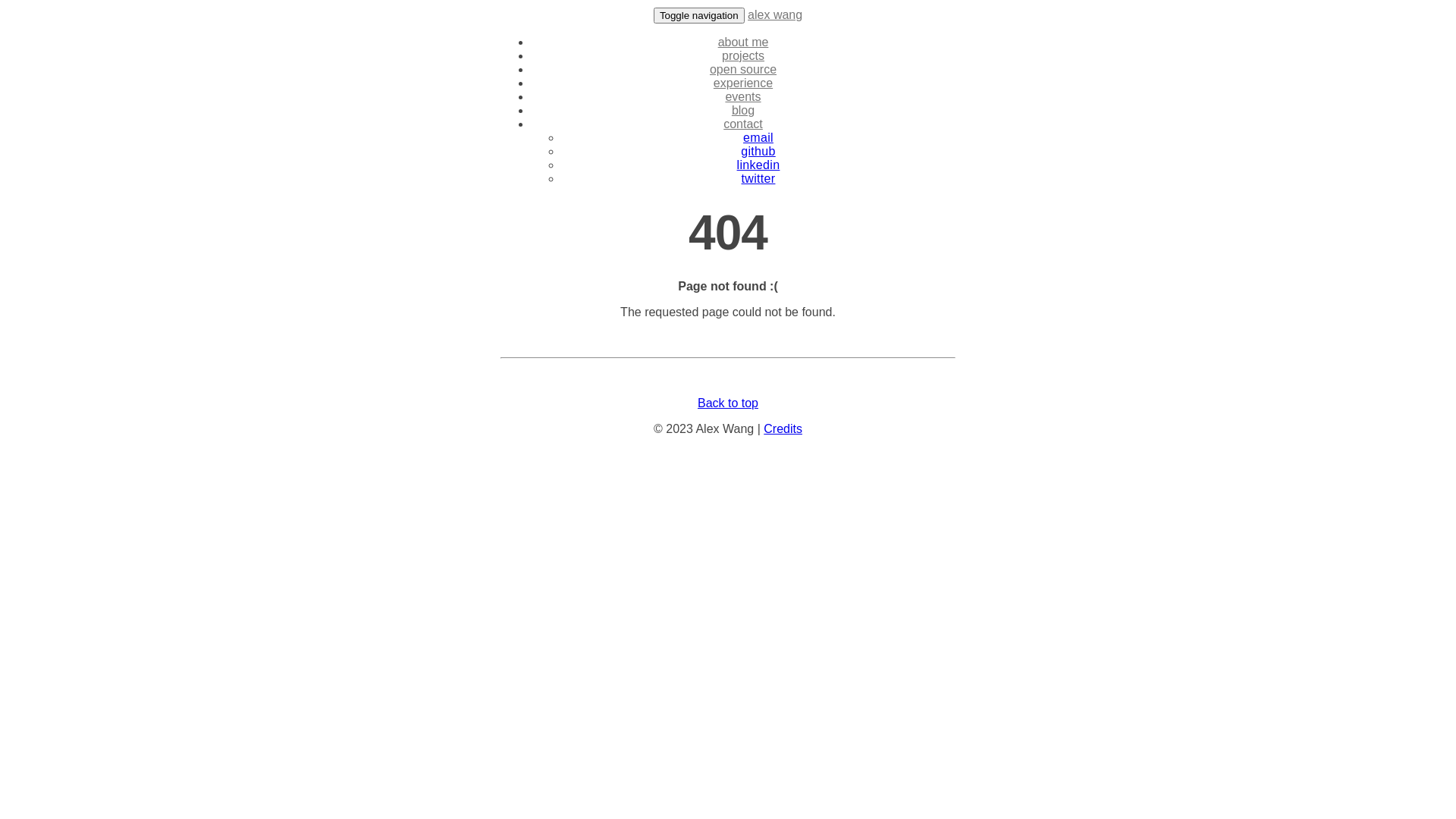  I want to click on 'experience', so click(712, 83).